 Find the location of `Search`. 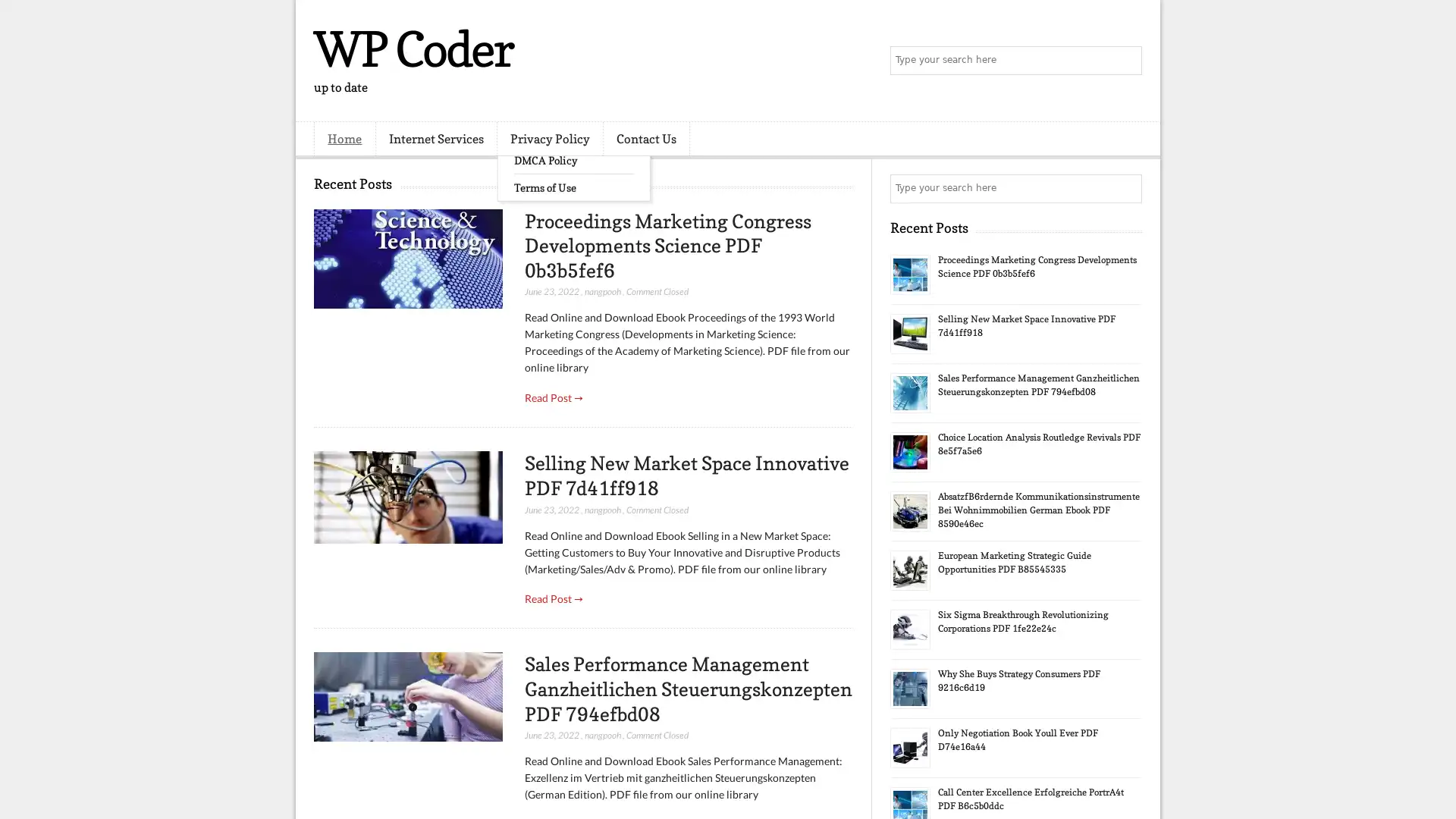

Search is located at coordinates (1126, 188).